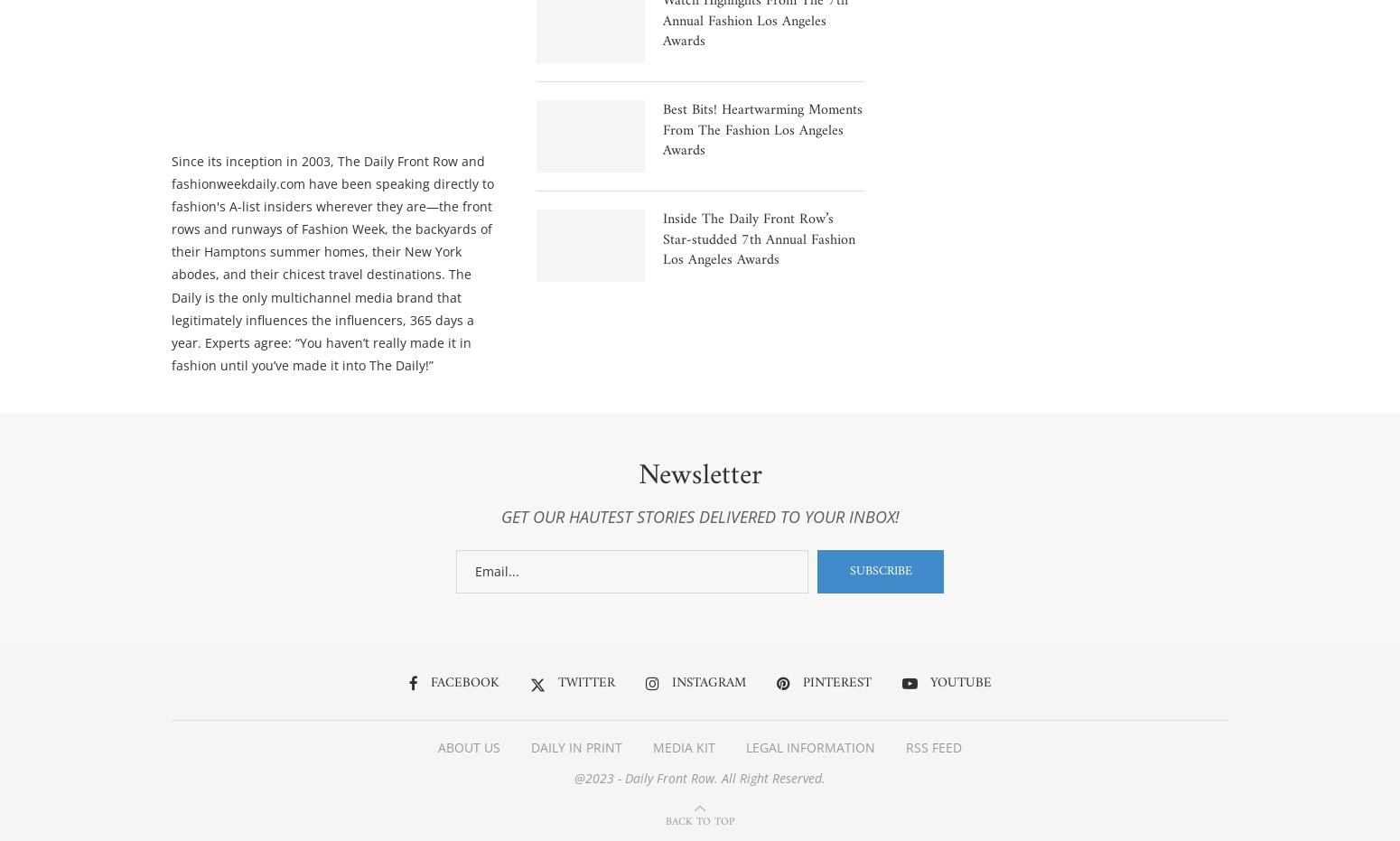 Image resolution: width=1400 pixels, height=841 pixels. I want to click on 'Best Bits! Heartwarming Moments From The Fashion Los Angeles Awards', so click(761, 129).